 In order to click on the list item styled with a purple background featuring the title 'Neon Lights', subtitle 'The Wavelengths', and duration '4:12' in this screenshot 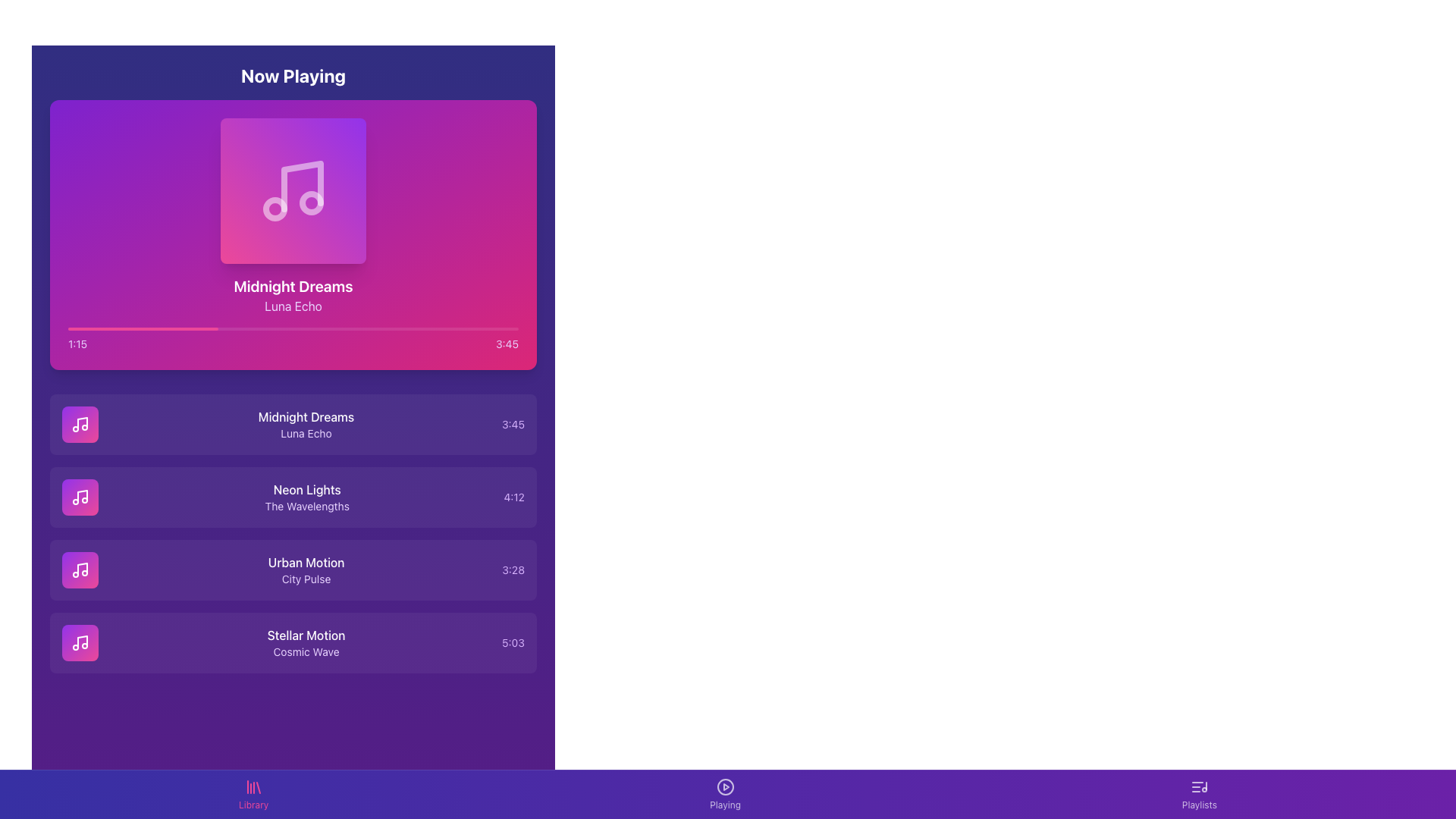, I will do `click(293, 497)`.